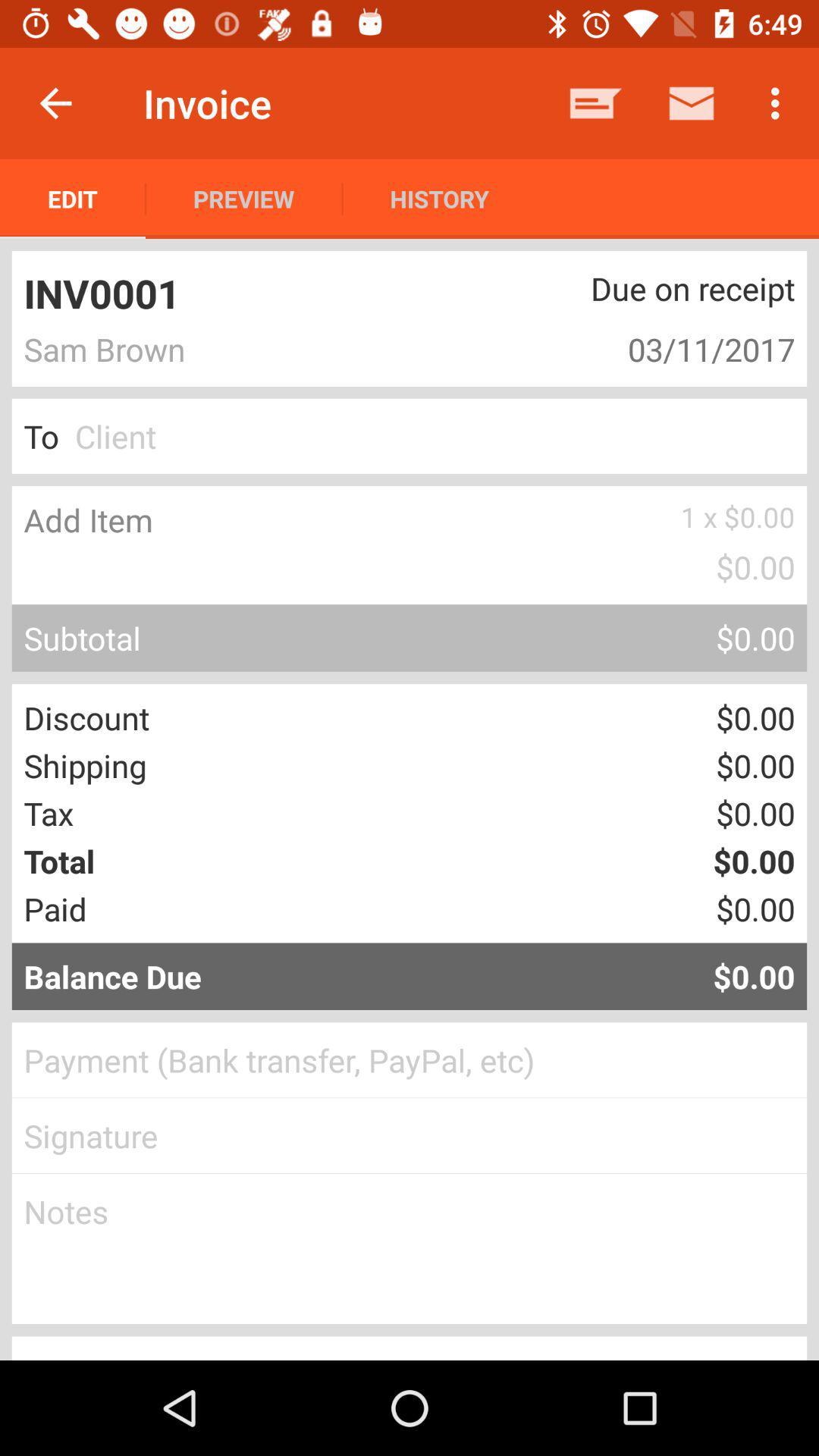  I want to click on the app next to the preview app, so click(73, 198).